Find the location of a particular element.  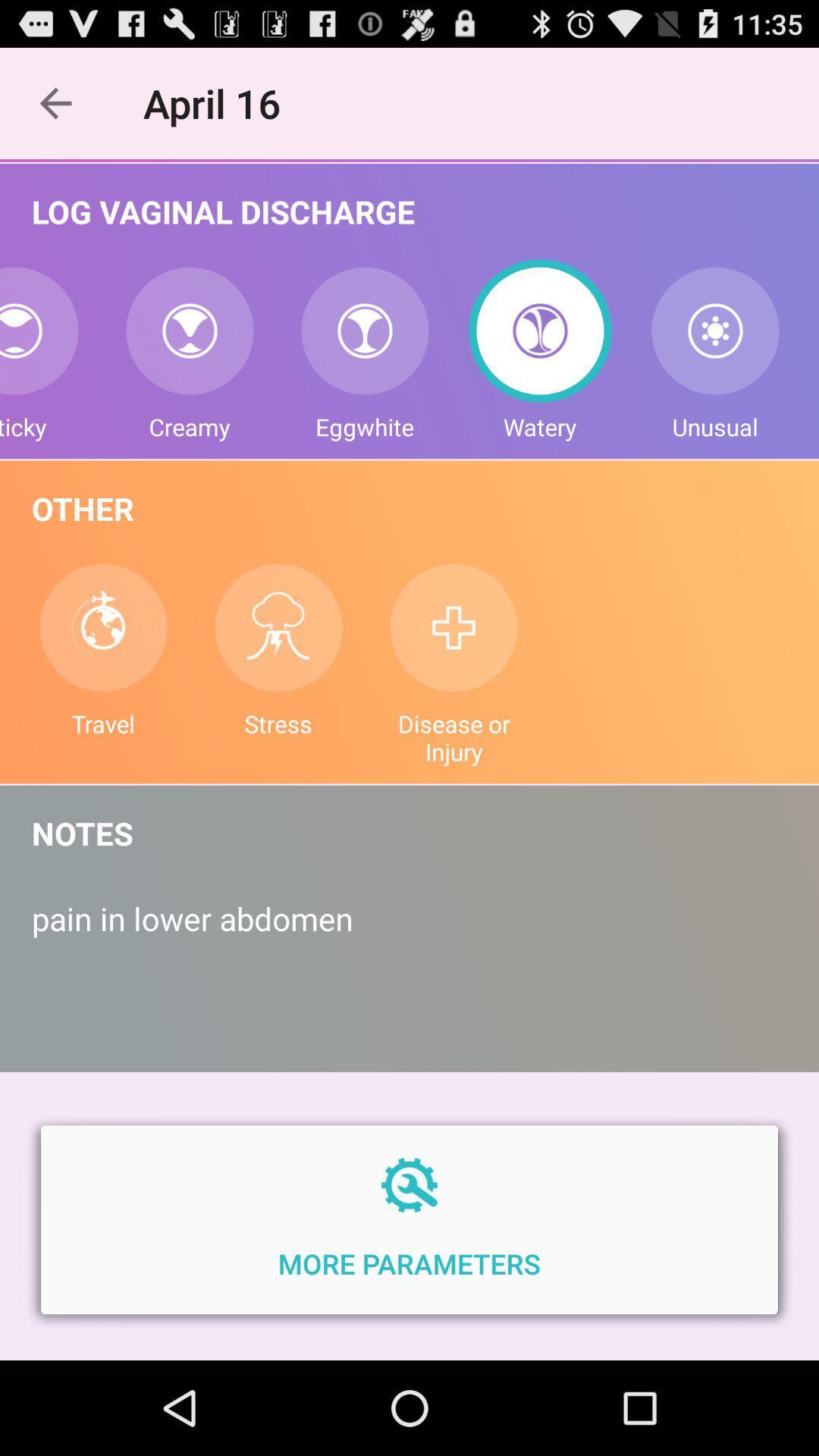

second icon under other is located at coordinates (278, 628).